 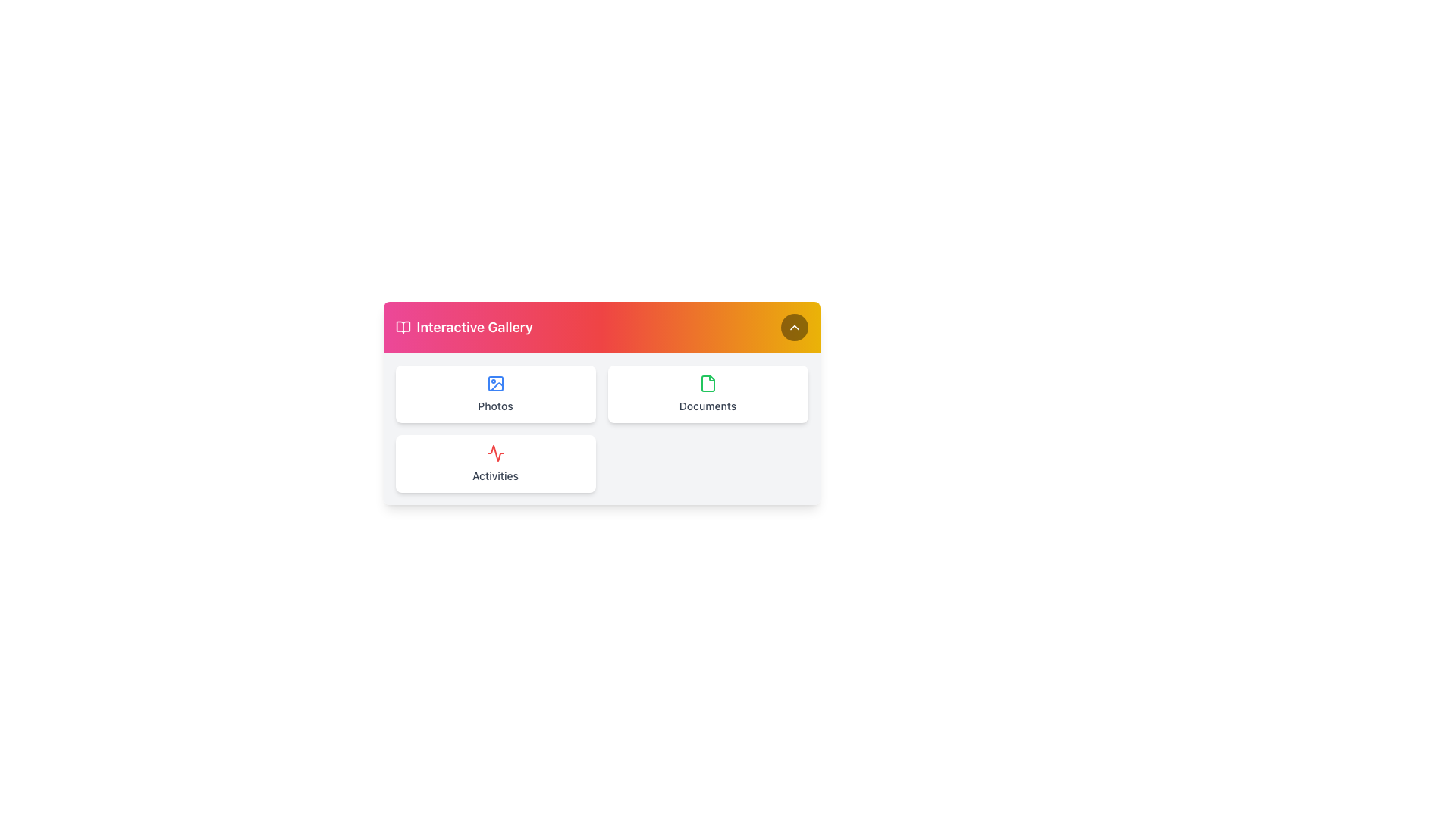 I want to click on the blue picture icon located in the 'Photos' card, which features a rectangle with a circle in the top-left corner and a diagonal line across it, so click(x=495, y=382).